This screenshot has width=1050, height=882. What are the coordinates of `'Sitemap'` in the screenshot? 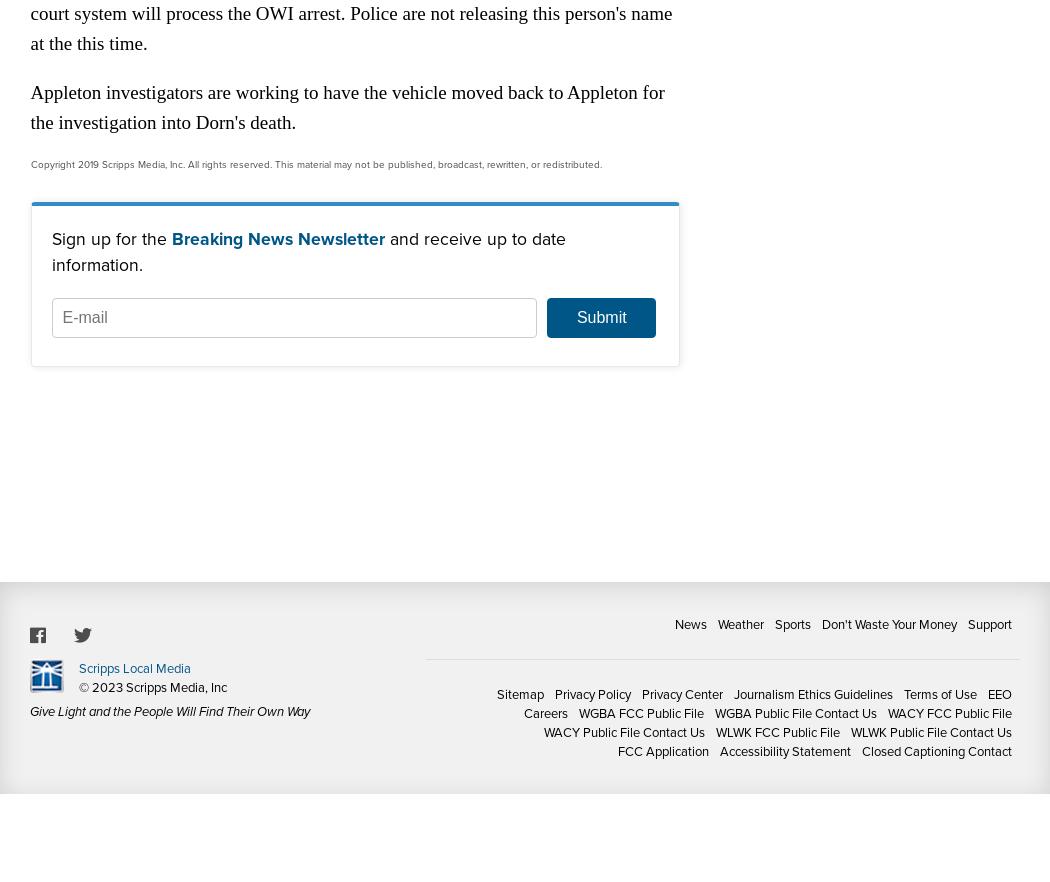 It's located at (519, 694).